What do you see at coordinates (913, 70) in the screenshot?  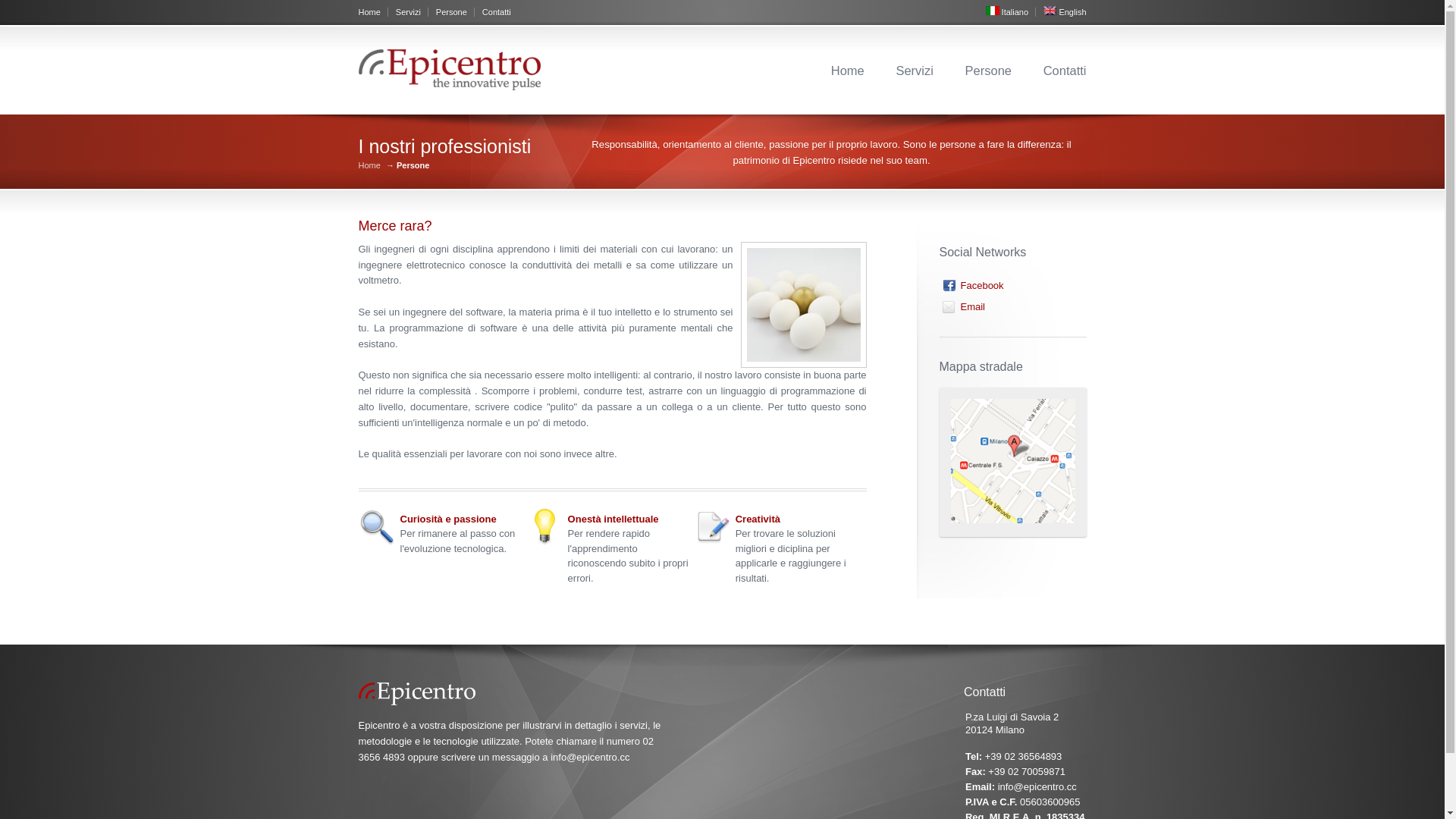 I see `'Servizi'` at bounding box center [913, 70].